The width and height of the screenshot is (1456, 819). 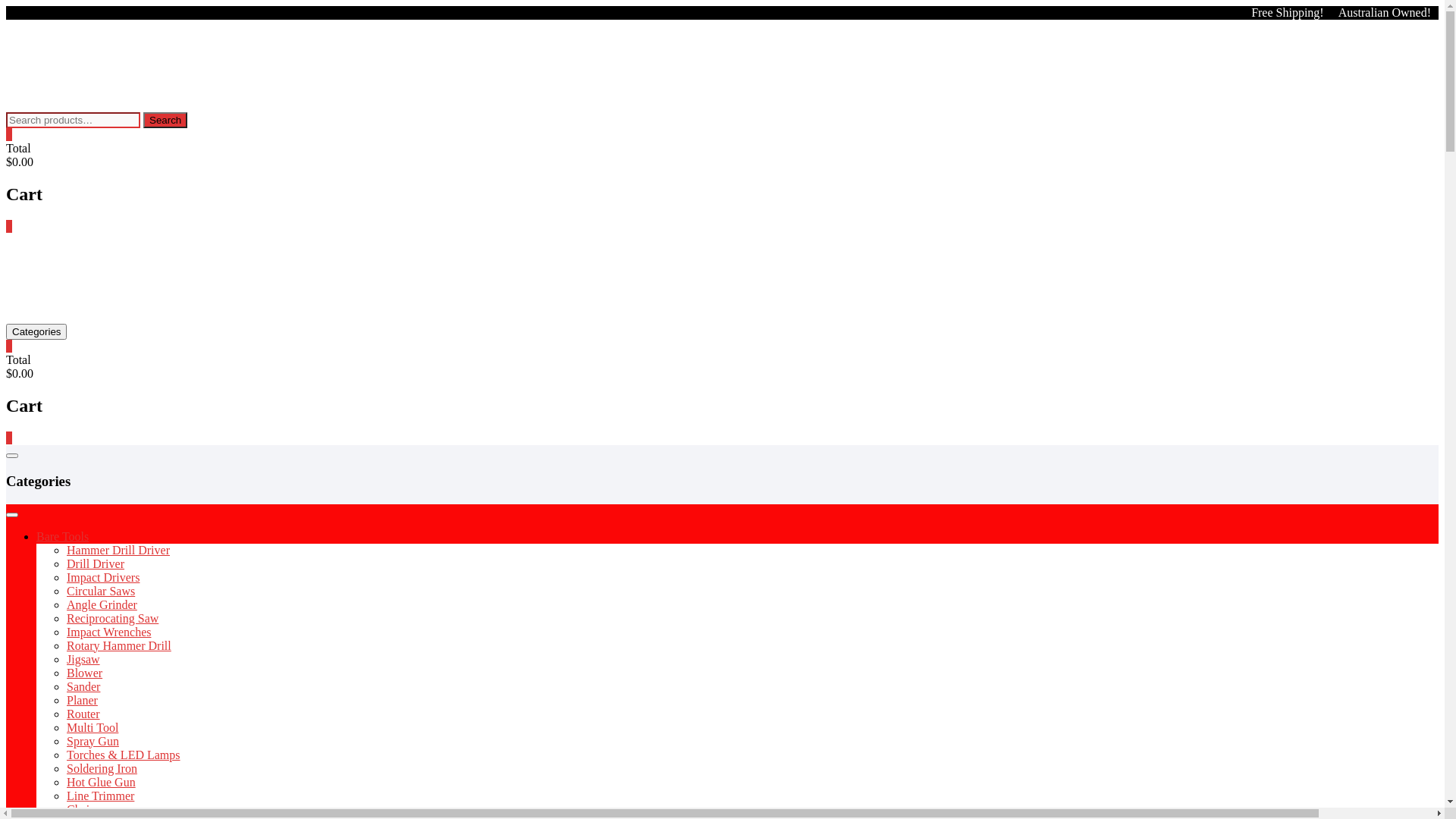 I want to click on 'Blower', so click(x=83, y=672).